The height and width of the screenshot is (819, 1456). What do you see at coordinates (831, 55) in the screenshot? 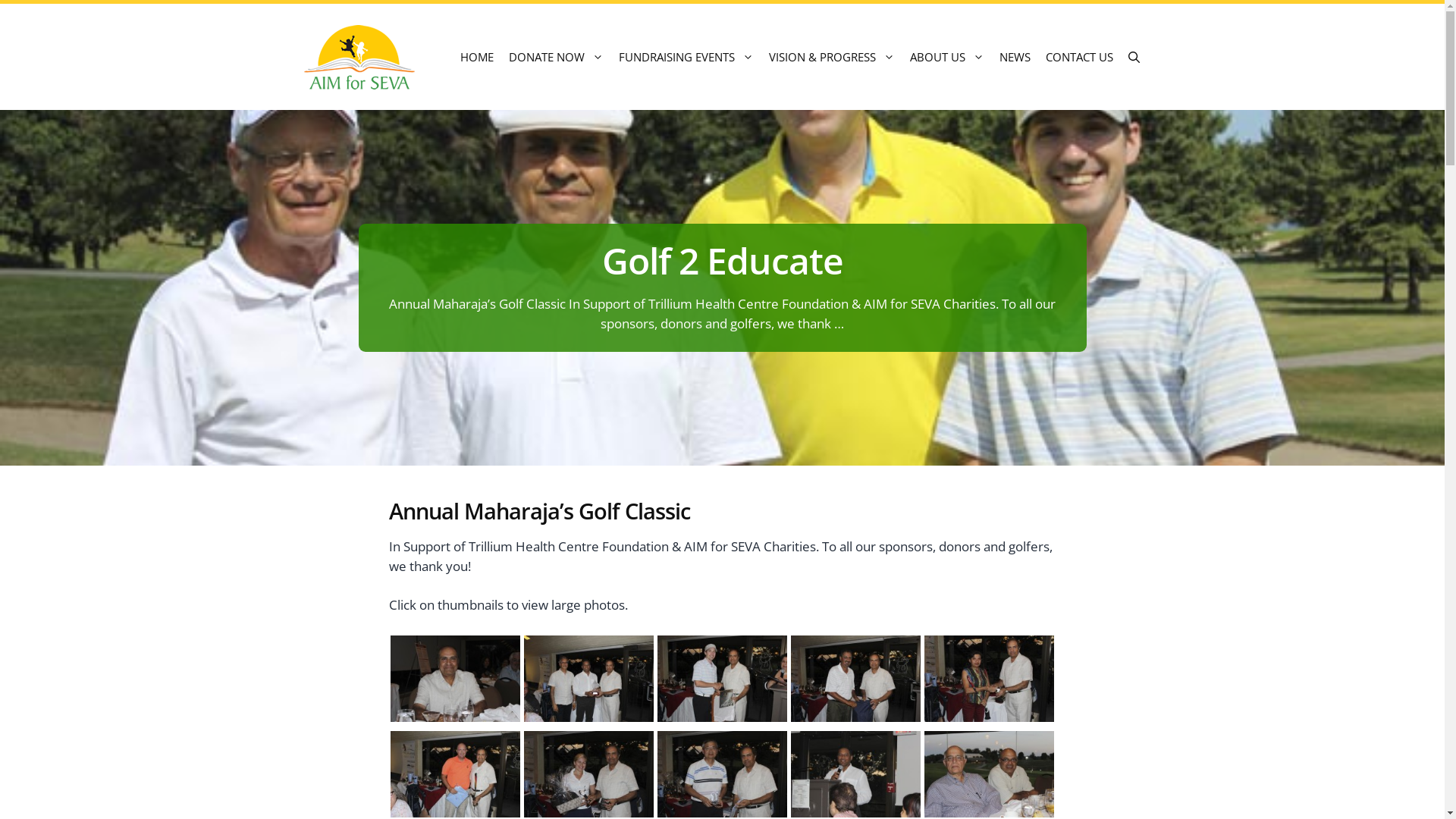
I see `'VISION & PROGRESS'` at bounding box center [831, 55].